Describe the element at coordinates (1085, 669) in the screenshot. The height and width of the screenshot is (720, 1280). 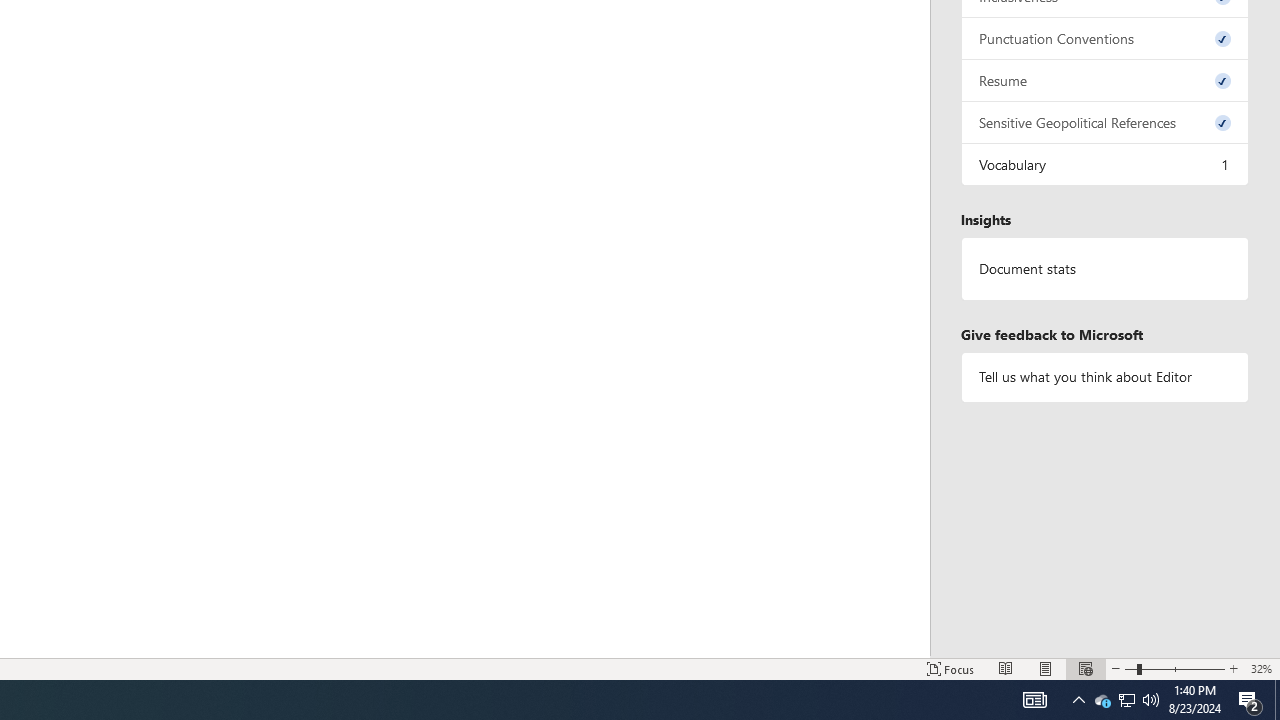
I see `'Web Layout'` at that location.